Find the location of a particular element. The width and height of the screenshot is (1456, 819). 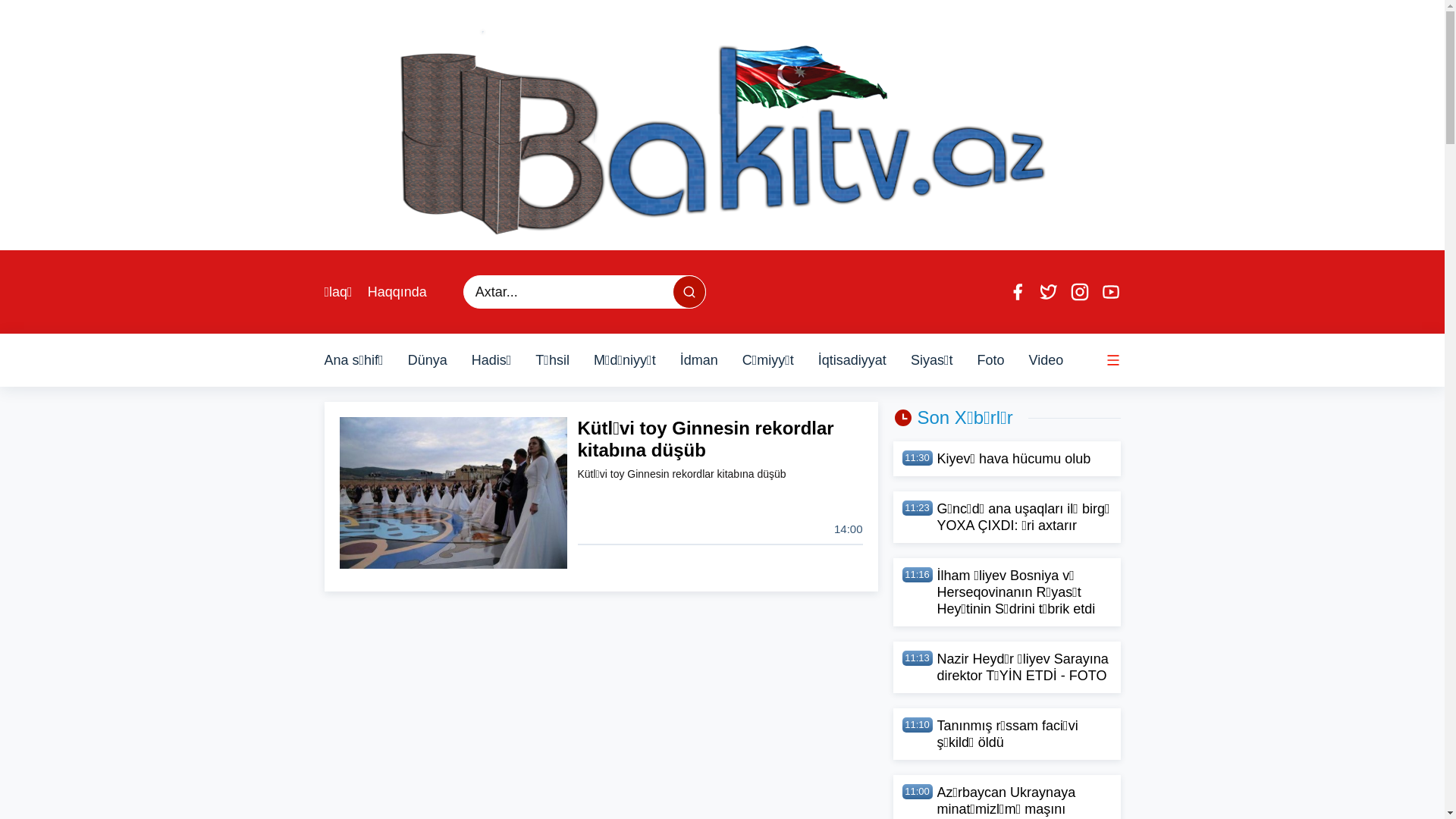

'Video' is located at coordinates (1028, 359).